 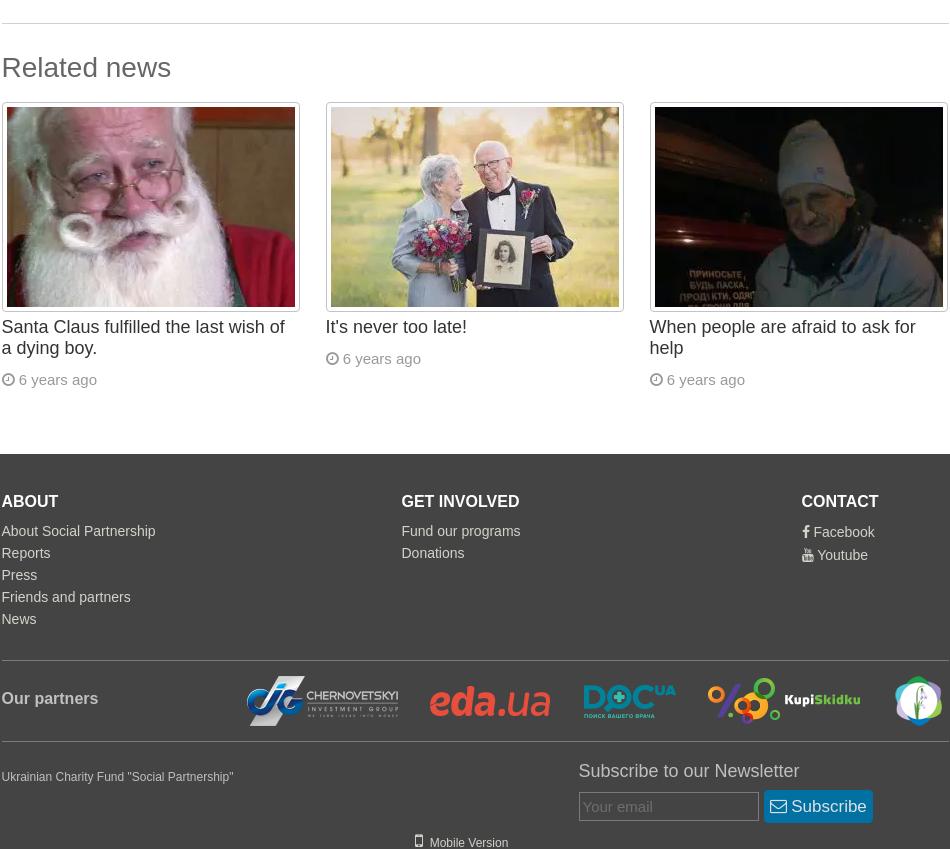 What do you see at coordinates (117, 776) in the screenshot?
I see `'Ukrainian Charity Fund "Social Partnership"'` at bounding box center [117, 776].